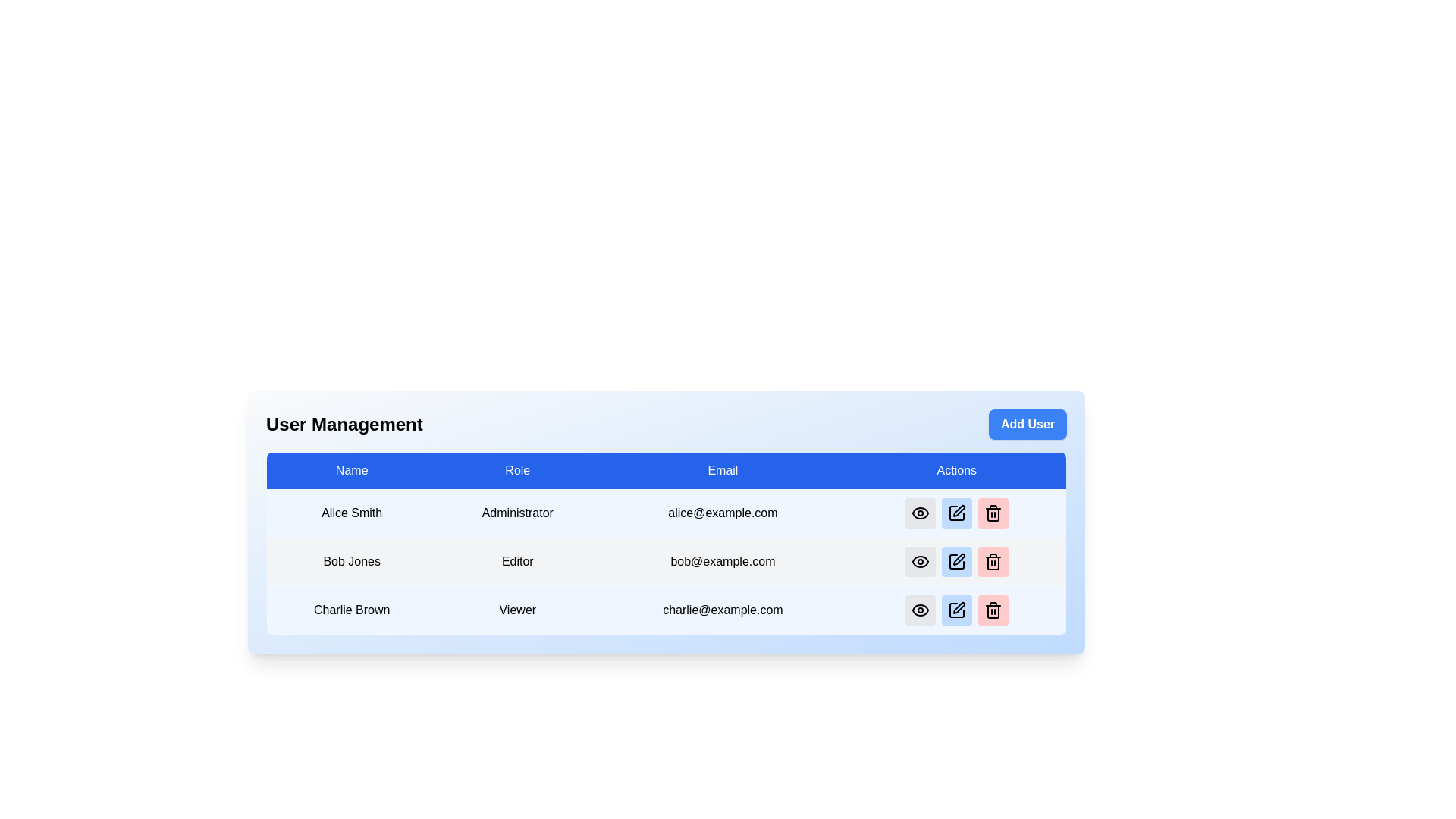 This screenshot has height=819, width=1456. Describe the element at coordinates (919, 561) in the screenshot. I see `the eye icon button located in the second row of the table under the 'Actions' column` at that location.